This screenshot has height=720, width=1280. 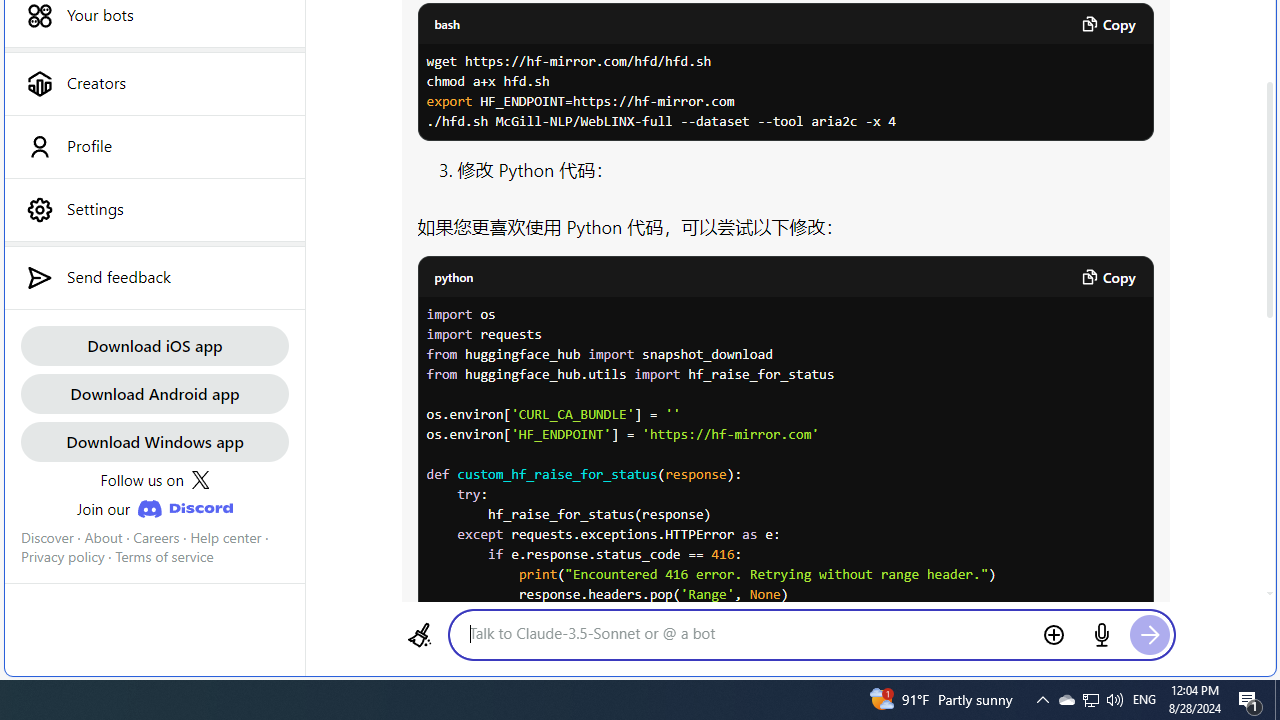 I want to click on 'Profile', so click(x=153, y=145).